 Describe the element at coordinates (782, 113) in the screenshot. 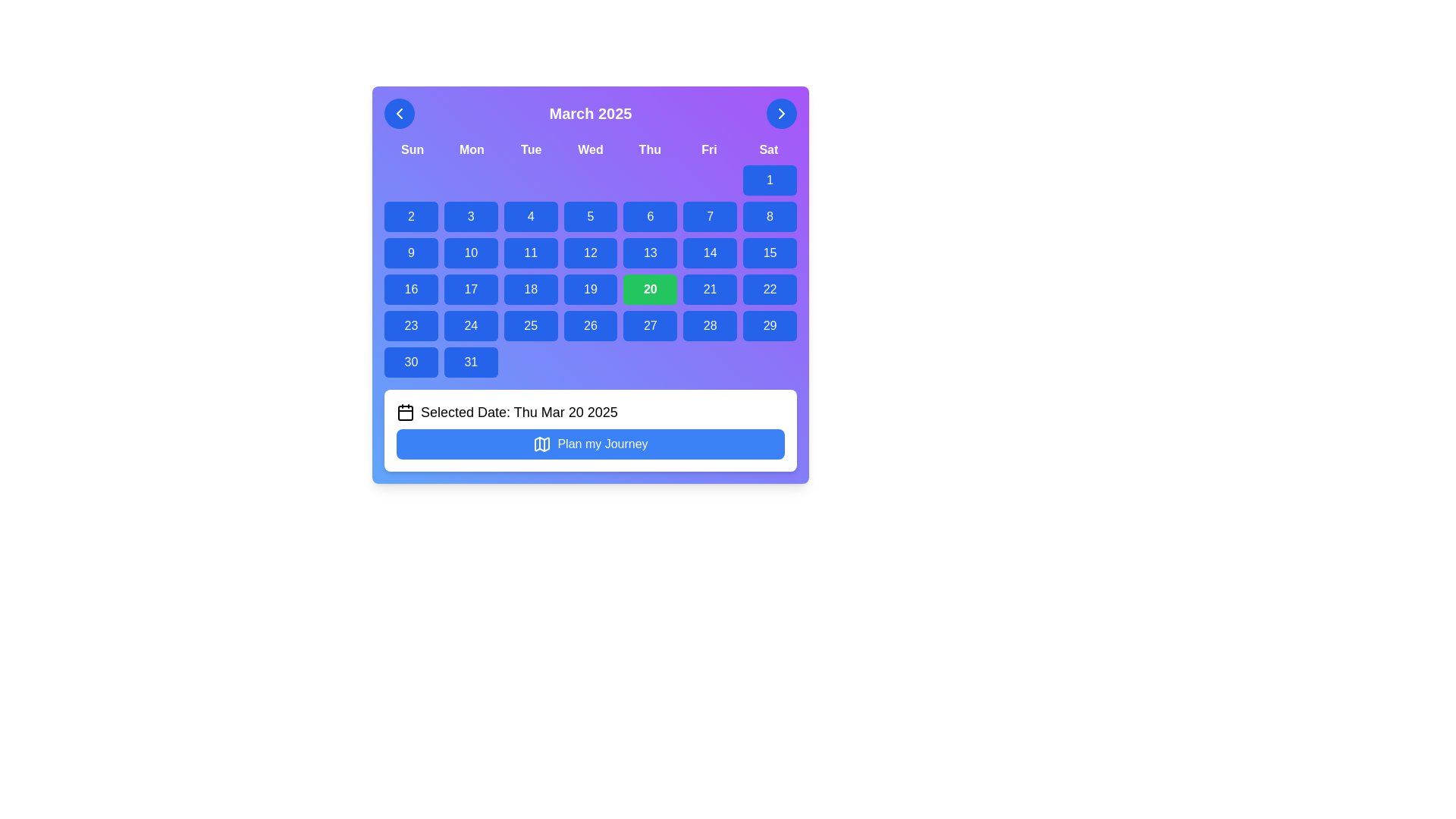

I see `the chevron icon embedded within the blue circular button at the top-right corner of the calendar interface` at that location.